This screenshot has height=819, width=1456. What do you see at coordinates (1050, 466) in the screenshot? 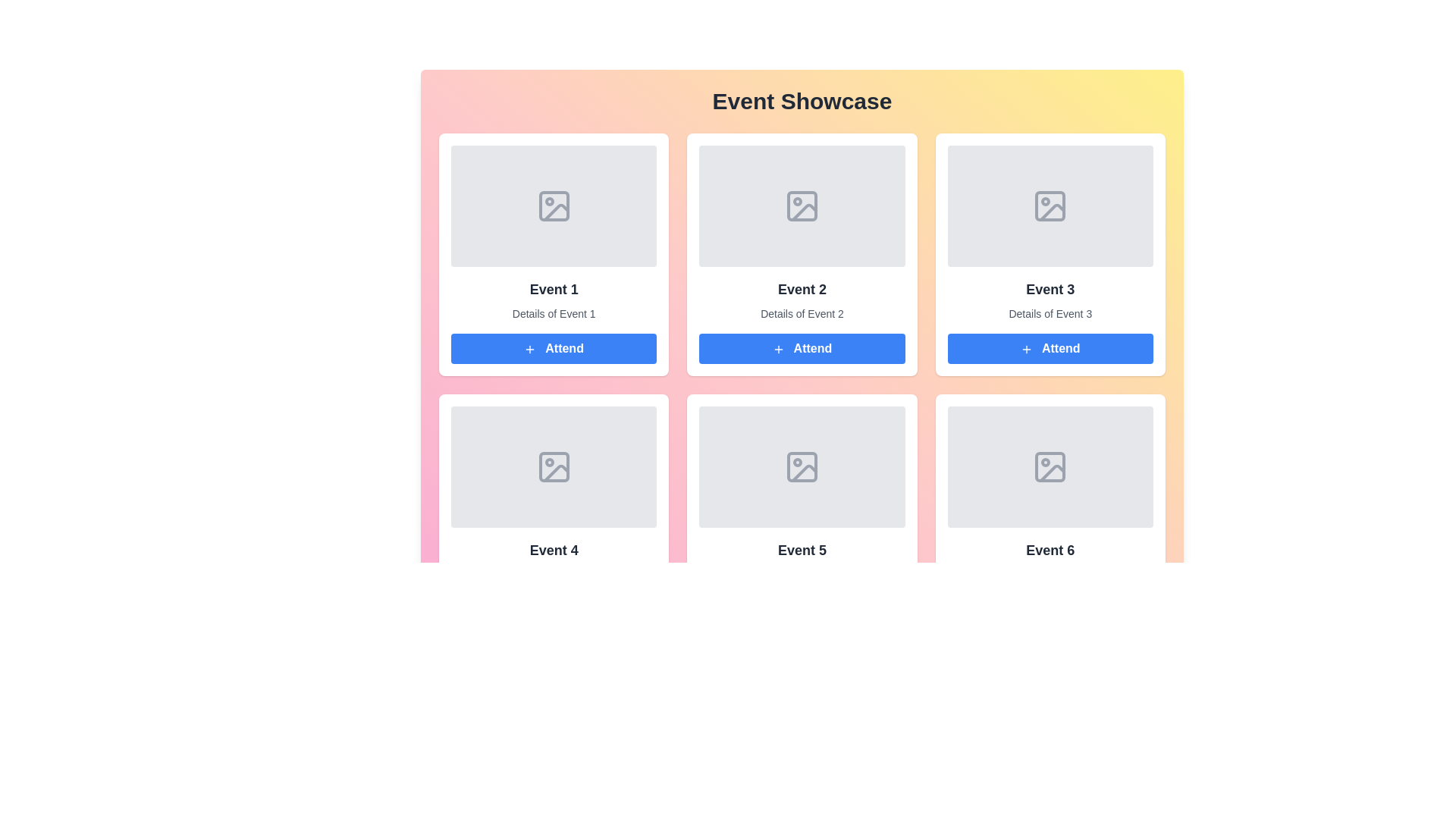
I see `the image placeholder icon located in the sixth event box, positioned centrally above the title 'Event 6'` at bounding box center [1050, 466].